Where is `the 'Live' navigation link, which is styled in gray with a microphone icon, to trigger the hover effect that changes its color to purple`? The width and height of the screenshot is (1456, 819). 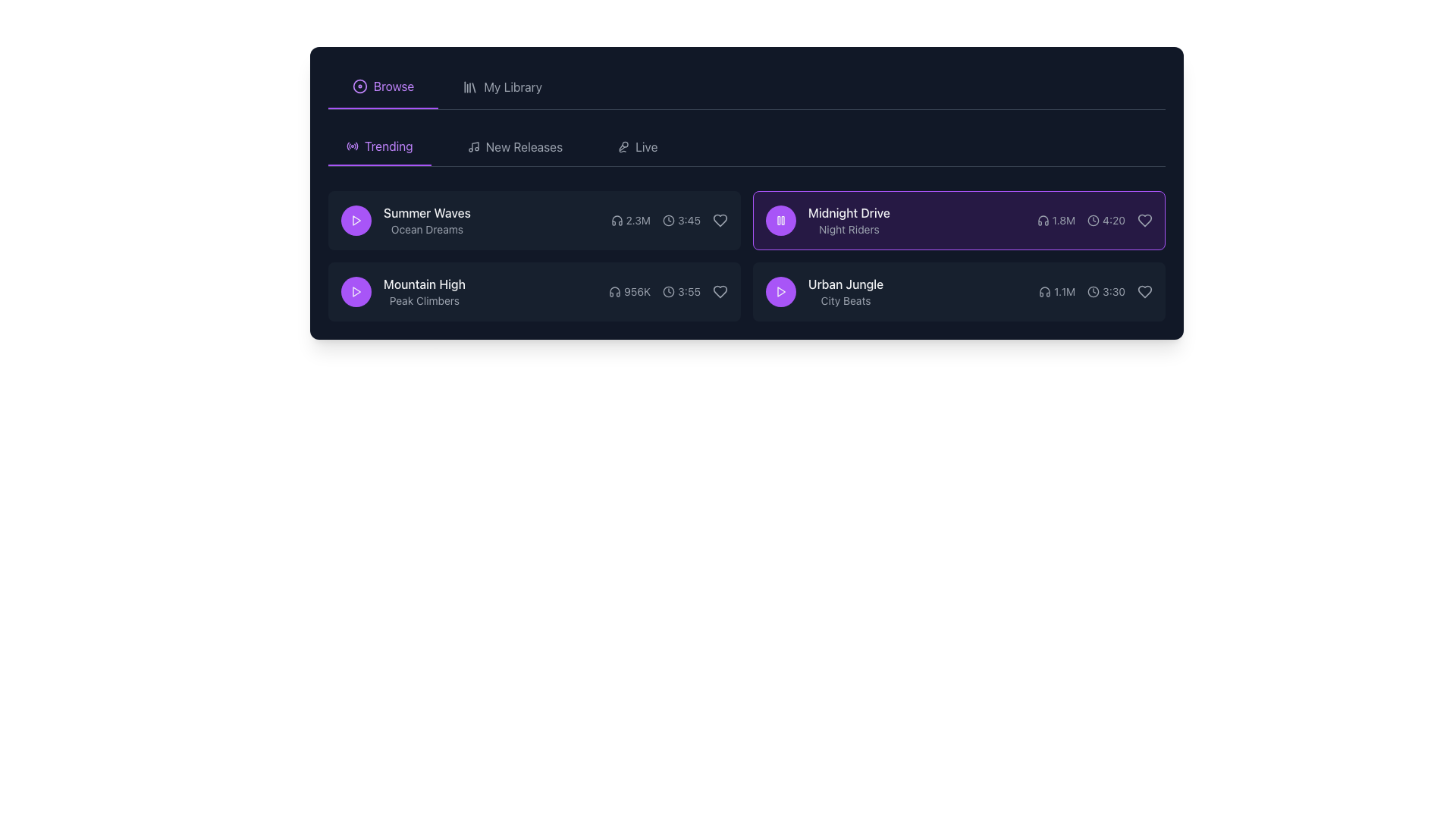
the 'Live' navigation link, which is styled in gray with a microphone icon, to trigger the hover effect that changes its color to purple is located at coordinates (637, 146).